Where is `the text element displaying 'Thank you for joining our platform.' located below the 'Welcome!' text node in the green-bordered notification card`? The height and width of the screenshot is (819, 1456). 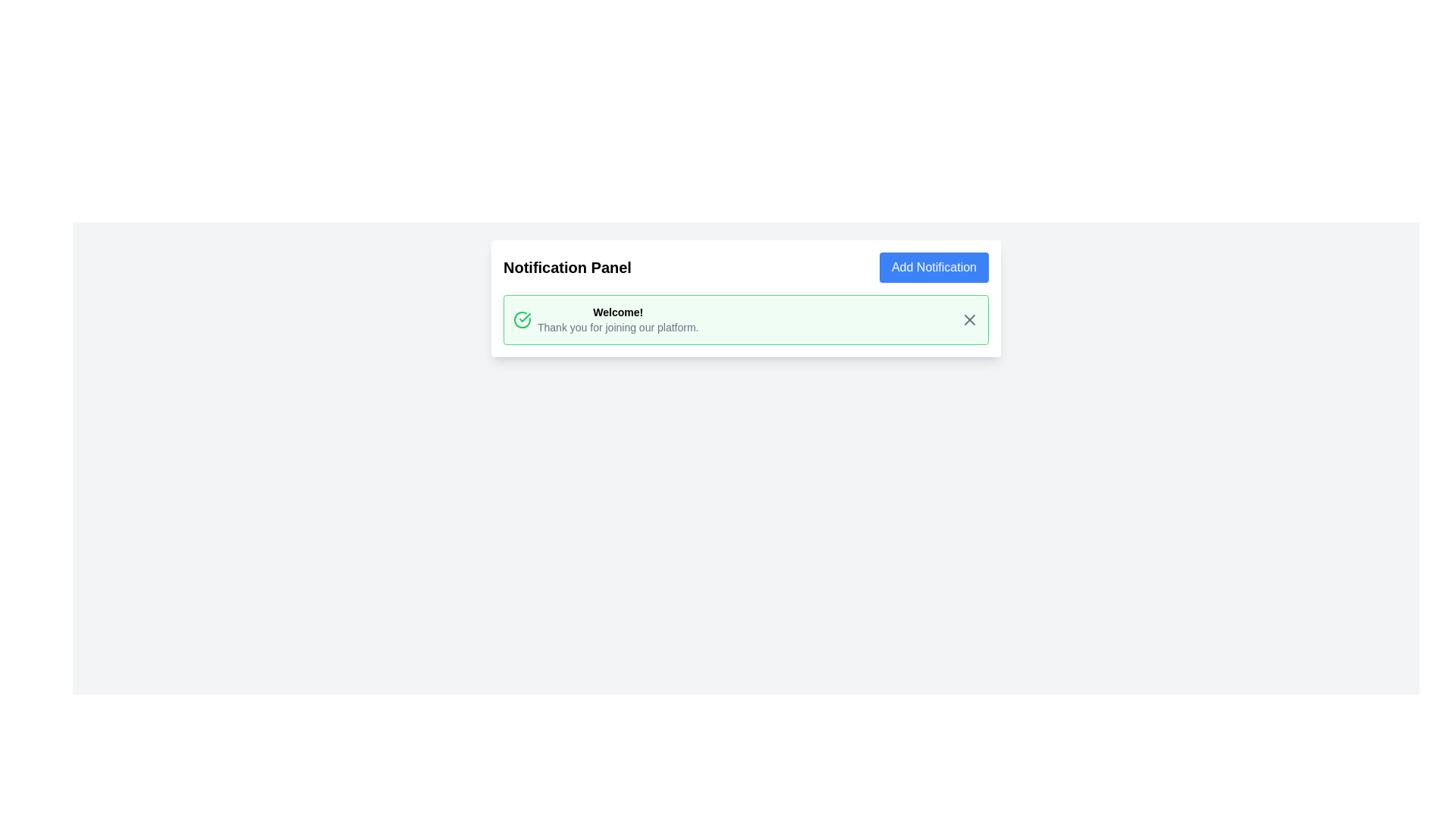
the text element displaying 'Thank you for joining our platform.' located below the 'Welcome!' text node in the green-bordered notification card is located at coordinates (618, 327).